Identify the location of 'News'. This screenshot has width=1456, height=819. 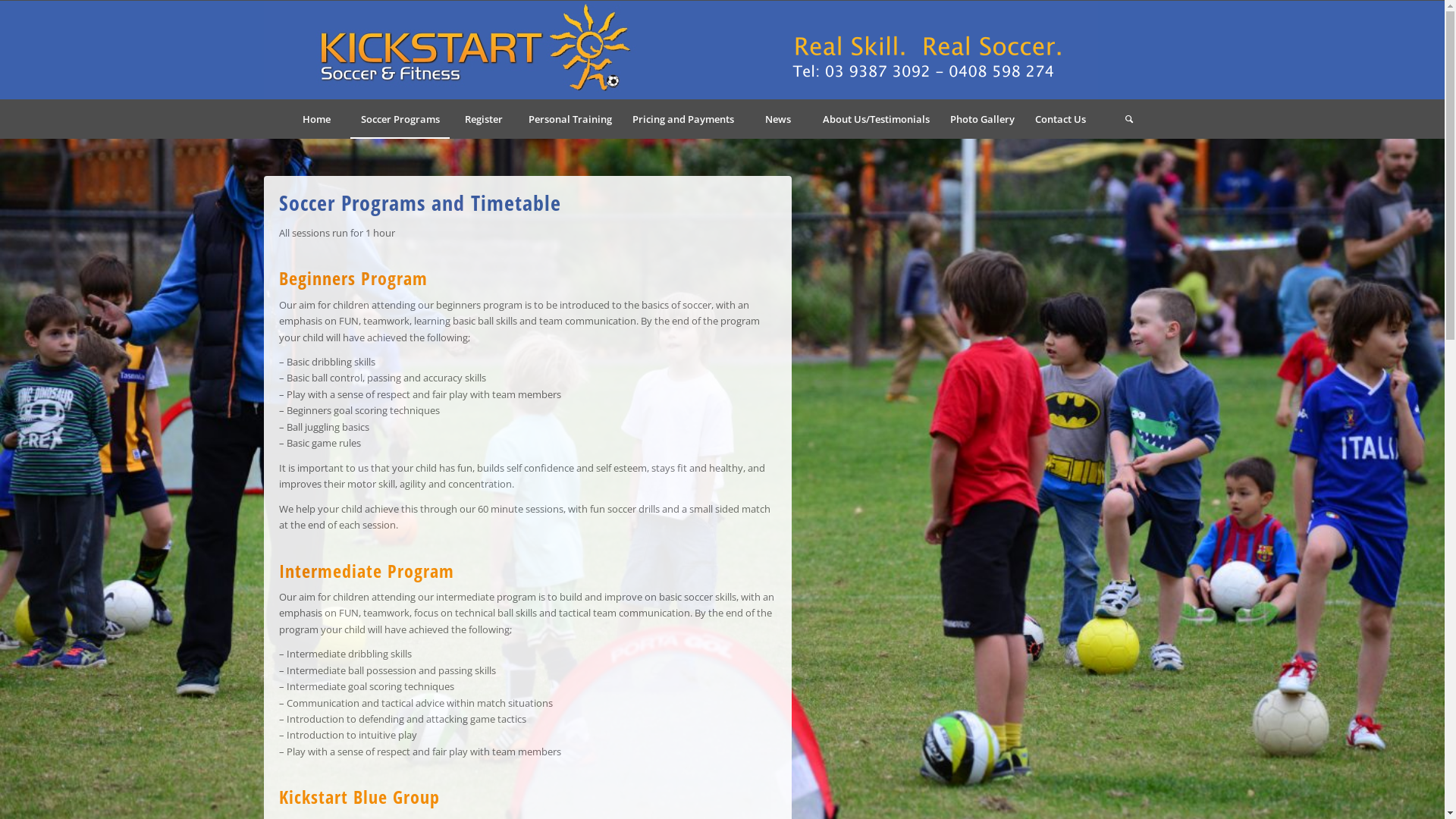
(777, 118).